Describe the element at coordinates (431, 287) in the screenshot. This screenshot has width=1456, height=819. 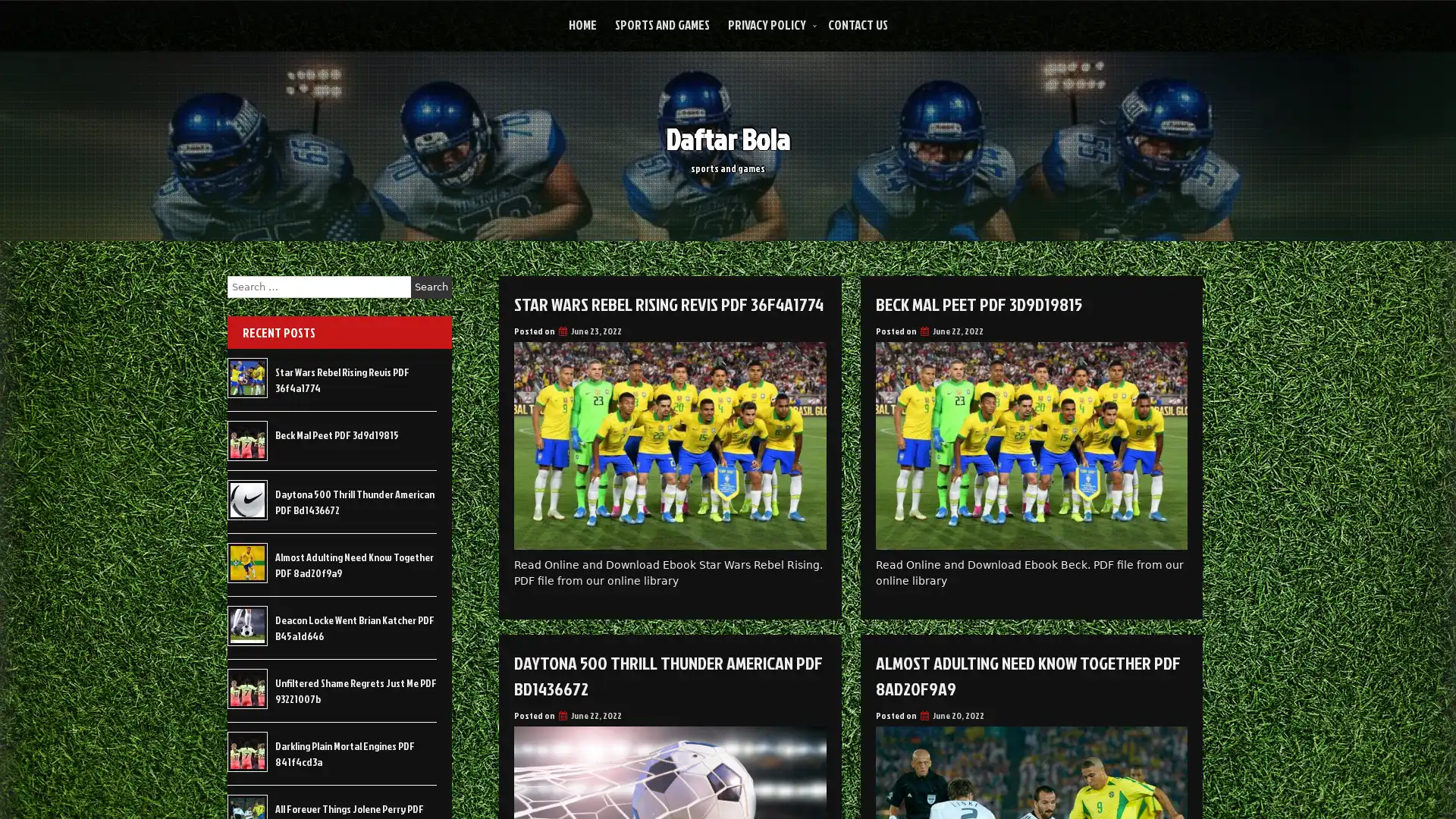
I see `Search` at that location.